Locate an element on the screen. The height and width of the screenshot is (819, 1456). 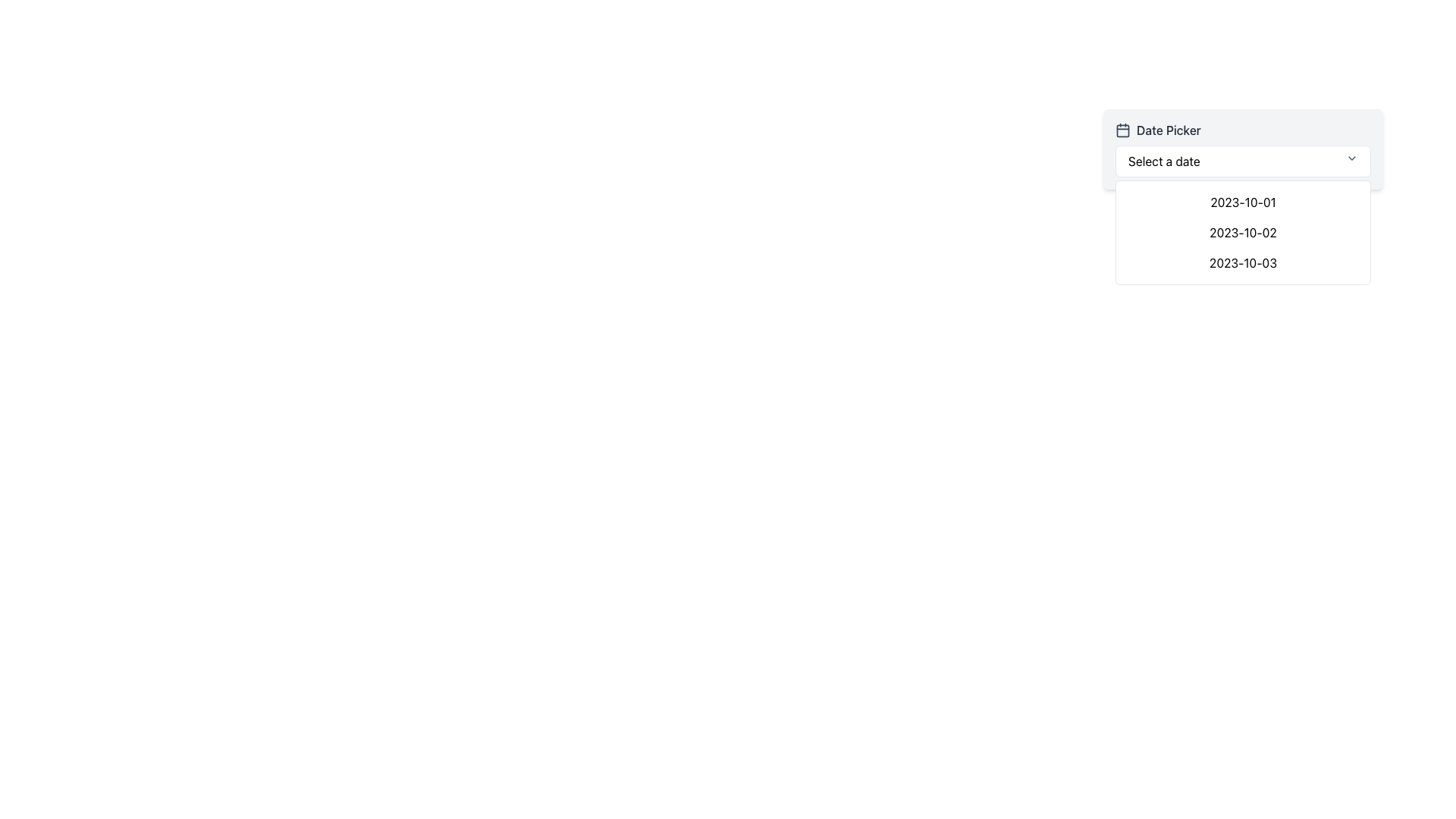
the dropdown toggle icon located at the far-right side of the 'Select a date' dropdown within the 'Date Picker' component is located at coordinates (1351, 158).